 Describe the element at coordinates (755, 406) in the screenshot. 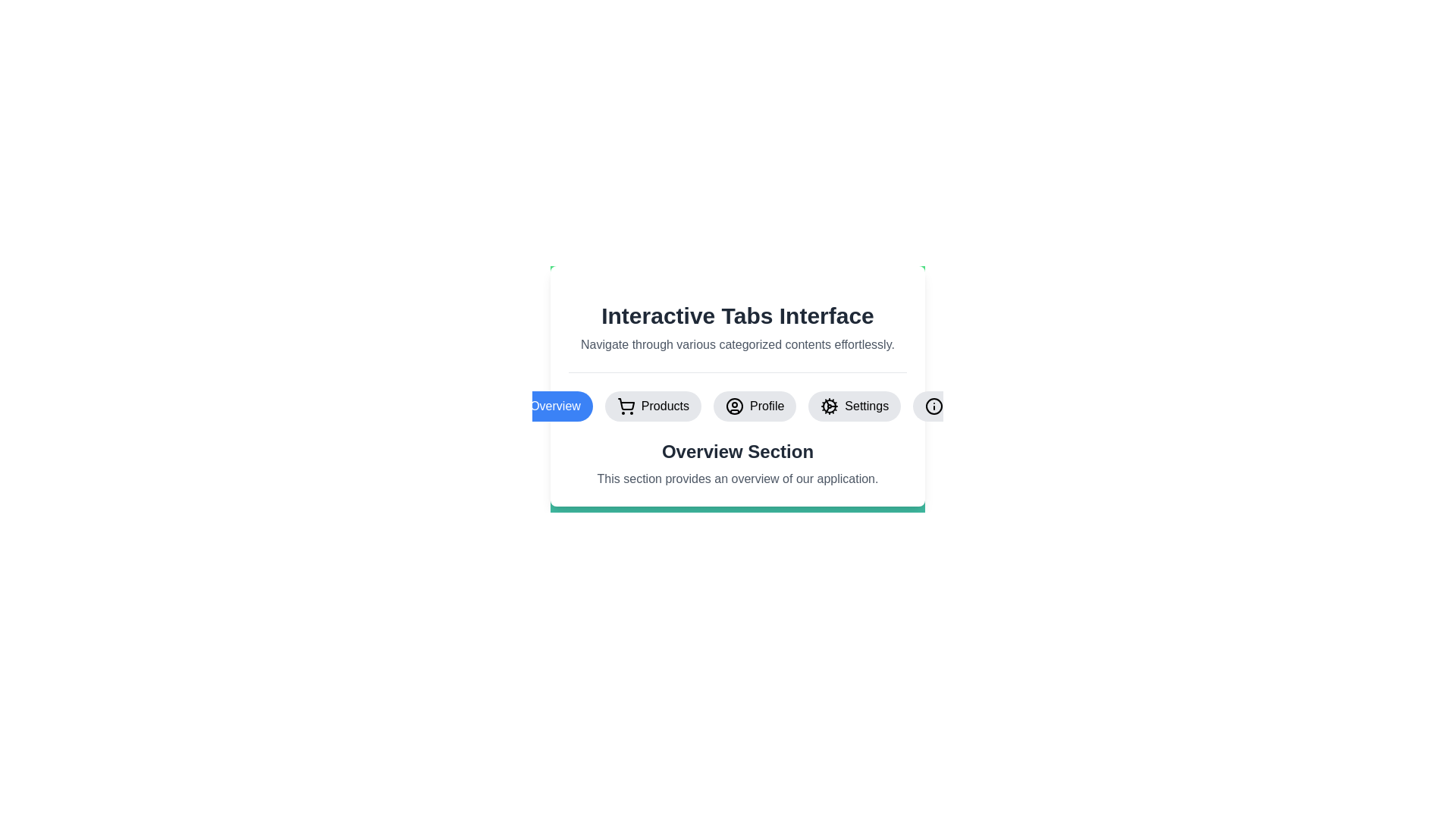

I see `the profile navigation button located` at that location.